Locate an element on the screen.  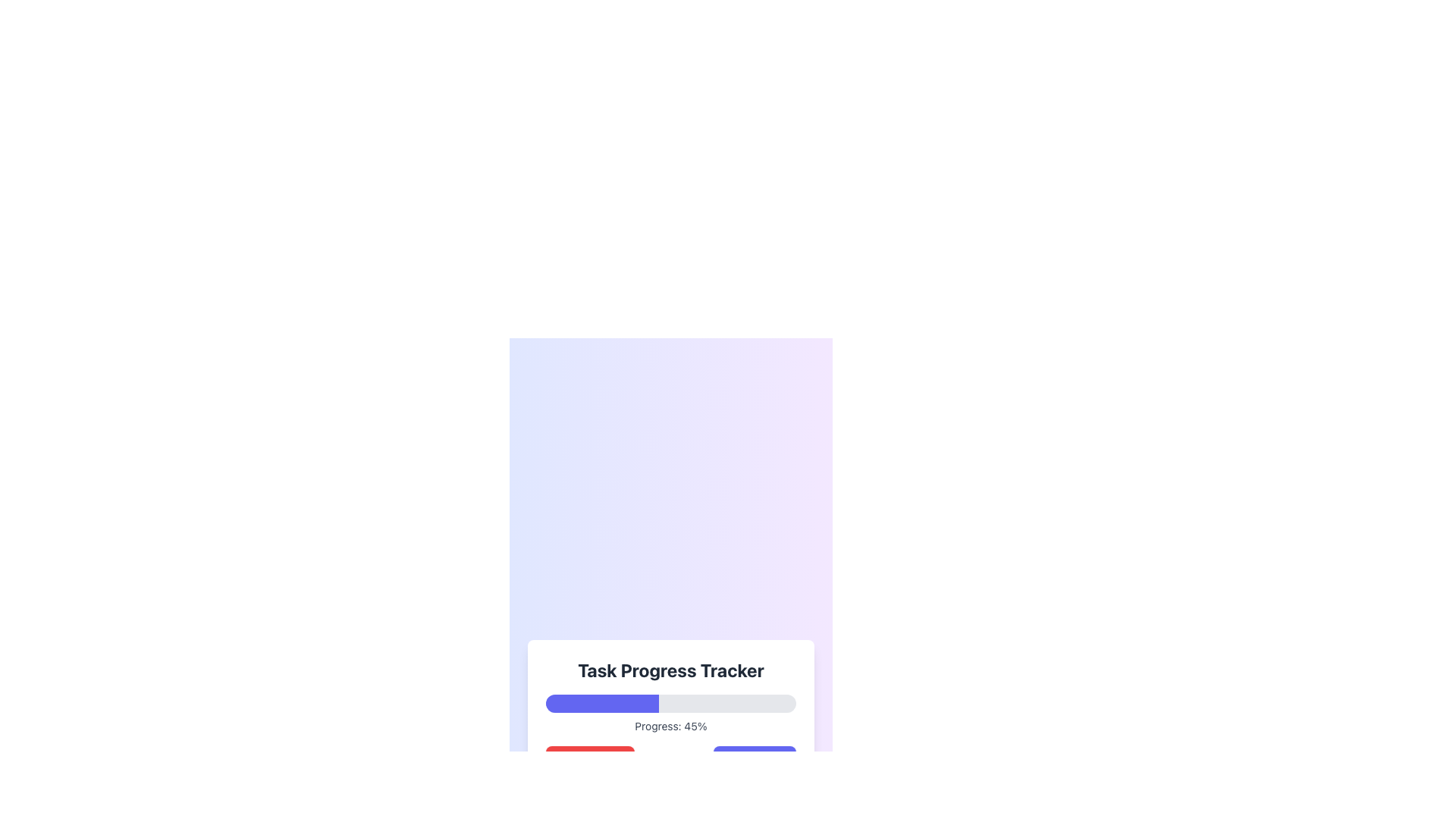
the informational Text Label that displays the current progress percentage, located beneath the progress bar in the 'Task Progress Tracker' card is located at coordinates (670, 725).